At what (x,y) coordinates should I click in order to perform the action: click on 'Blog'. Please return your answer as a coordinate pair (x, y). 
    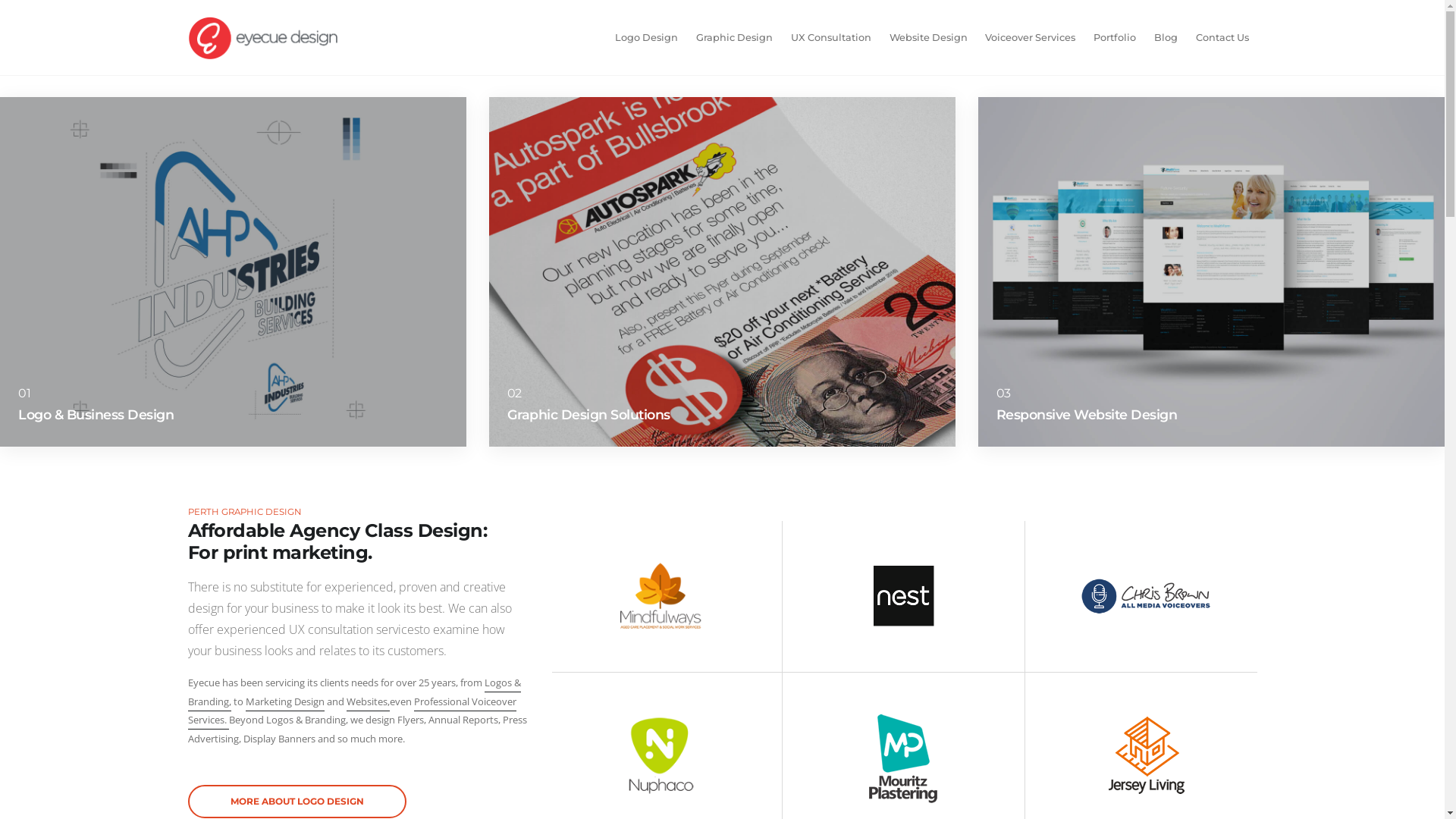
    Looking at the image, I should click on (1146, 37).